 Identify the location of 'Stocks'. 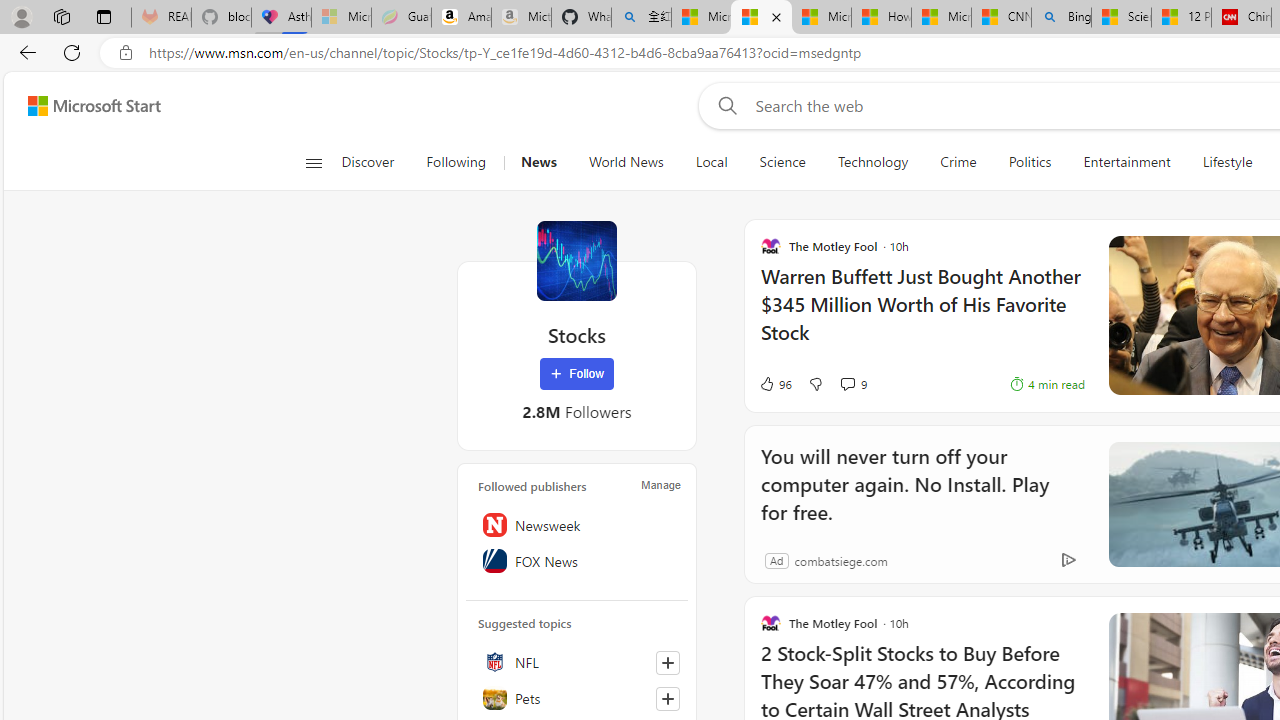
(576, 260).